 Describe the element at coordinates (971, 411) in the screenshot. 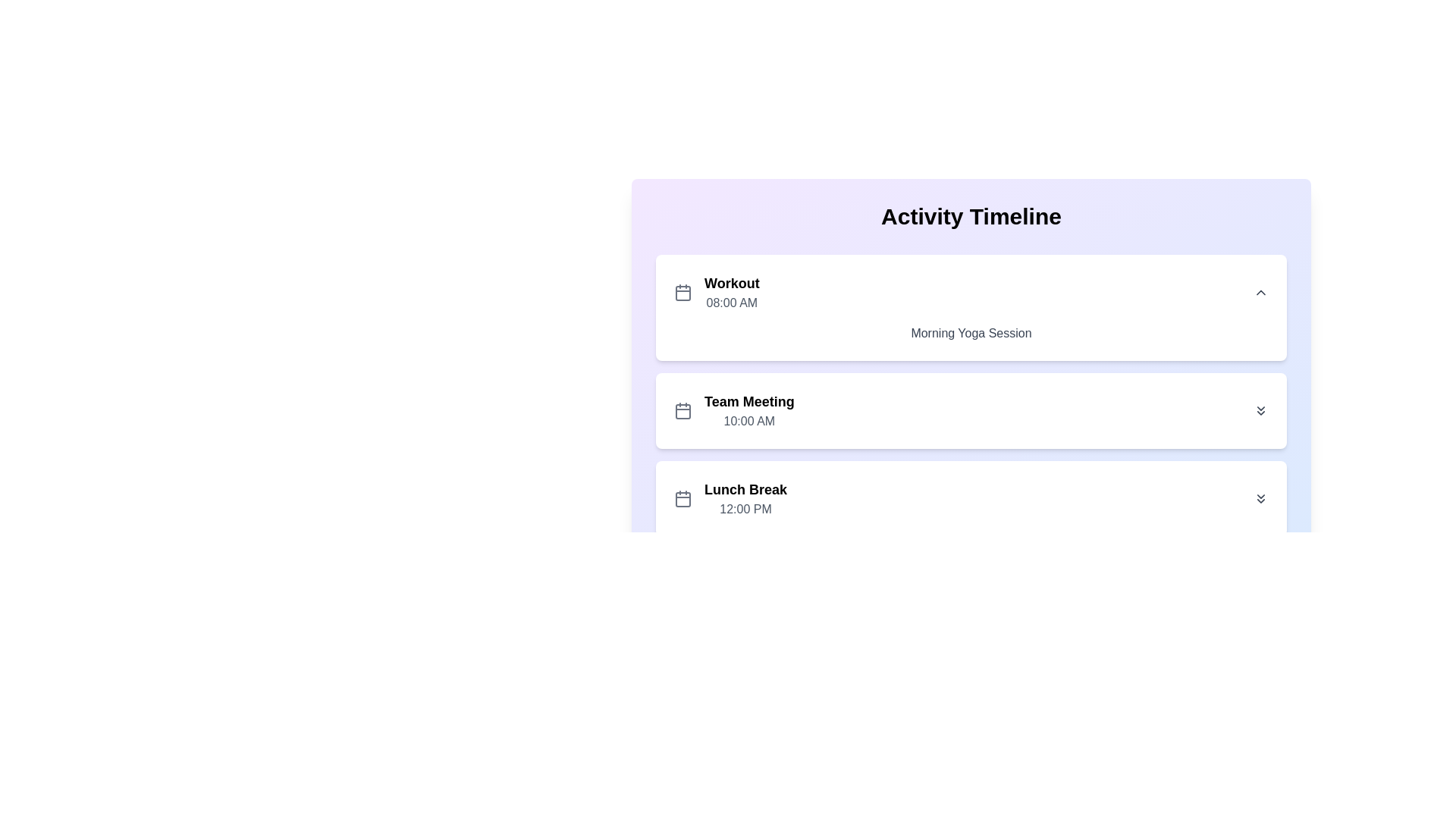

I see `the 'Team Meeting' schedule entry` at that location.